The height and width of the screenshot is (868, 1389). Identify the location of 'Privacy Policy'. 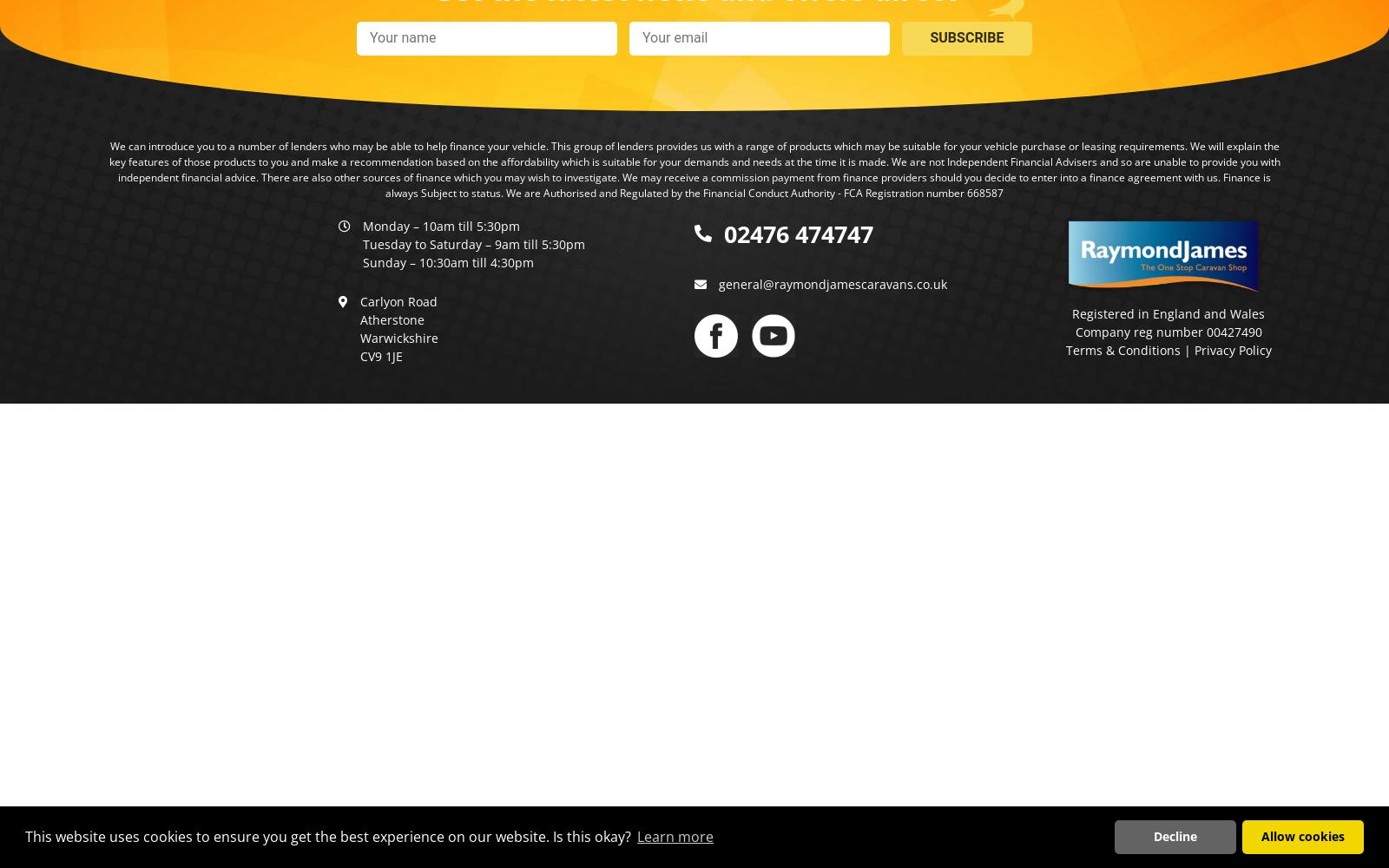
(1193, 349).